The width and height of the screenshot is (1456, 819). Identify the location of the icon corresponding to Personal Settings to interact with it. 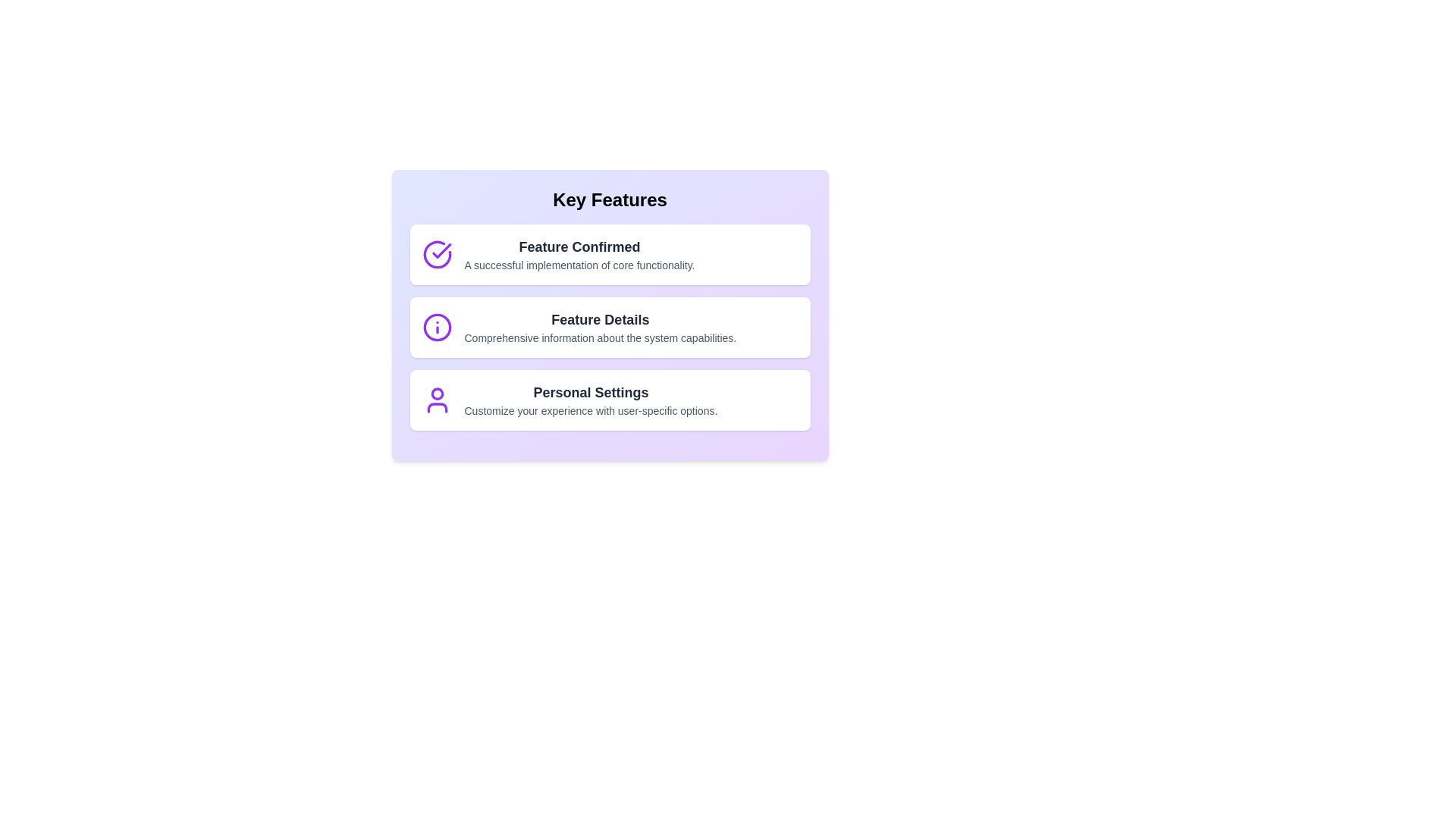
(436, 400).